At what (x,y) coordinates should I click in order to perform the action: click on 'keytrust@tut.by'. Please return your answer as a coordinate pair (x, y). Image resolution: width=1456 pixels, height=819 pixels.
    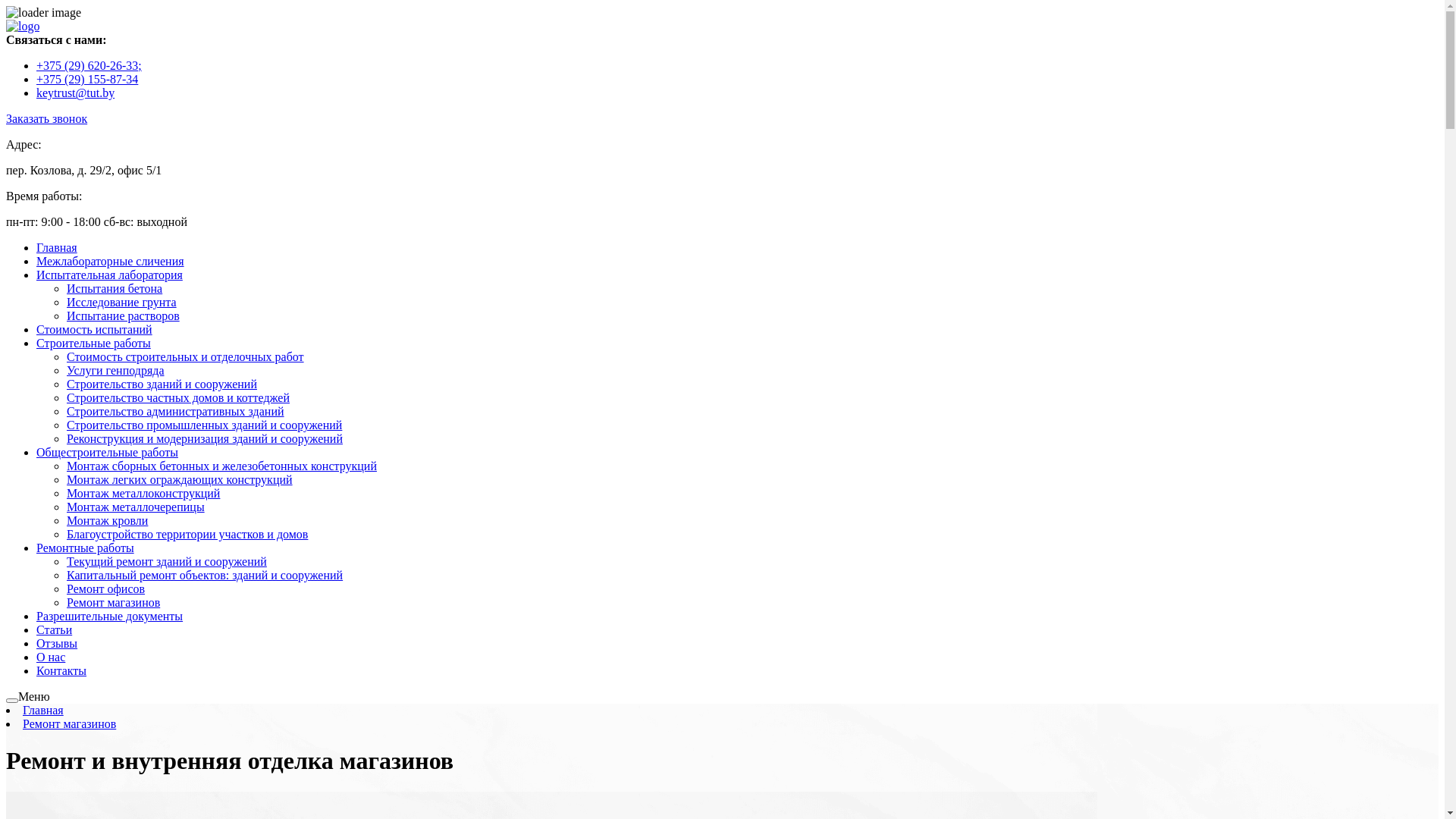
    Looking at the image, I should click on (74, 93).